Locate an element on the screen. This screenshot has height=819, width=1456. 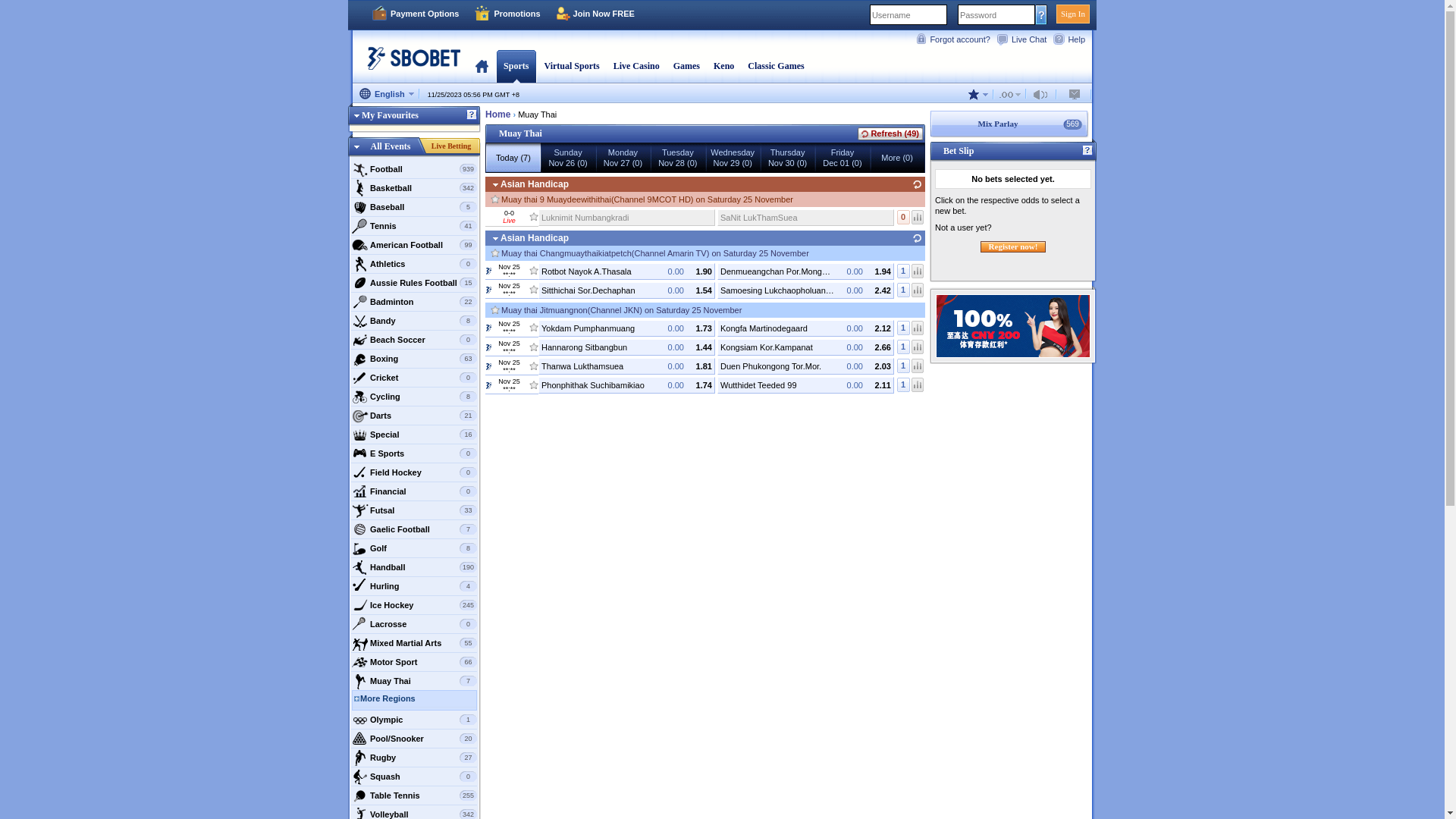
'No statistics available' is located at coordinates (916, 217).